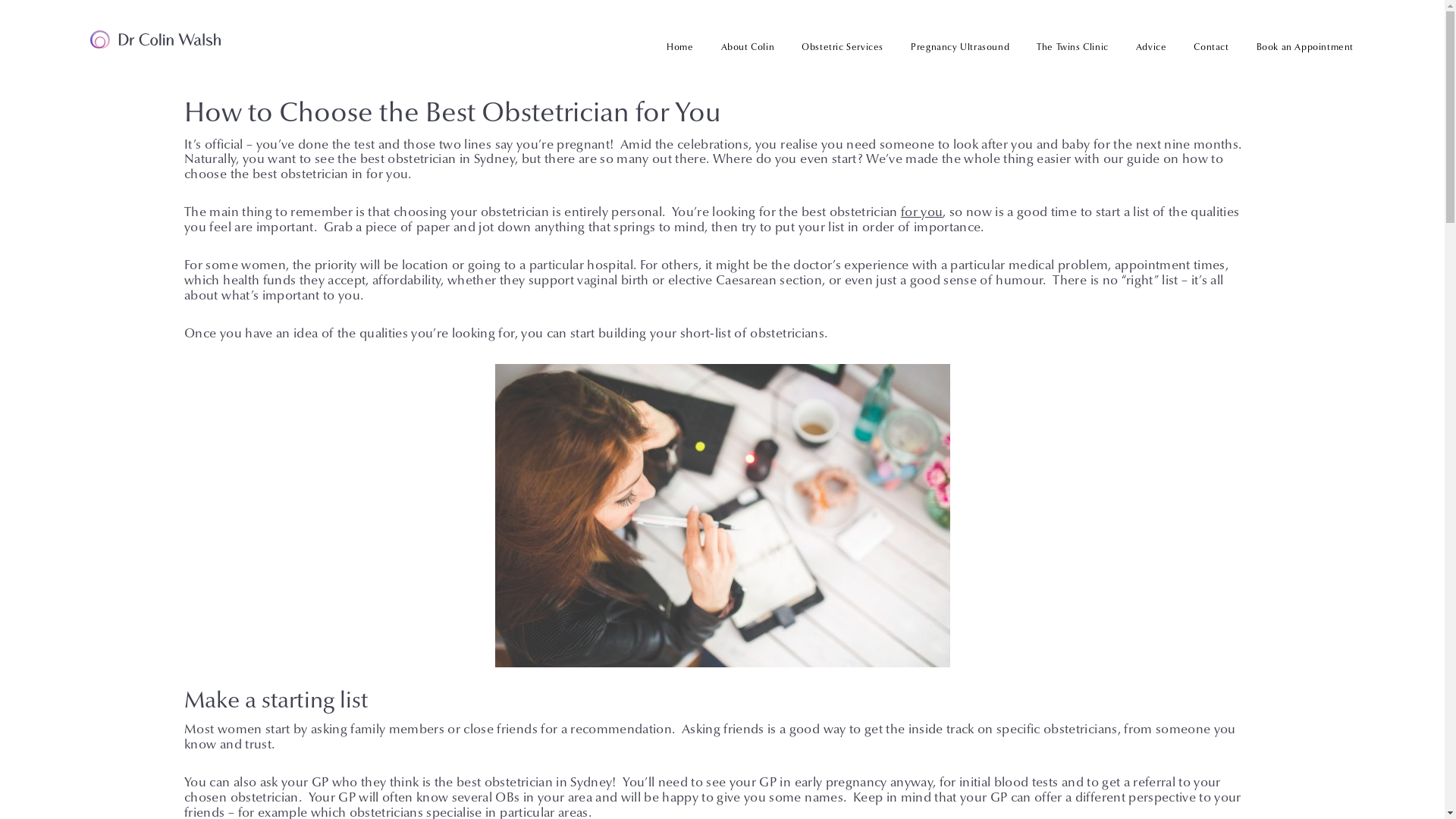 The width and height of the screenshot is (1456, 819). Describe the element at coordinates (1022, 46) in the screenshot. I see `'The Twins Clinic'` at that location.